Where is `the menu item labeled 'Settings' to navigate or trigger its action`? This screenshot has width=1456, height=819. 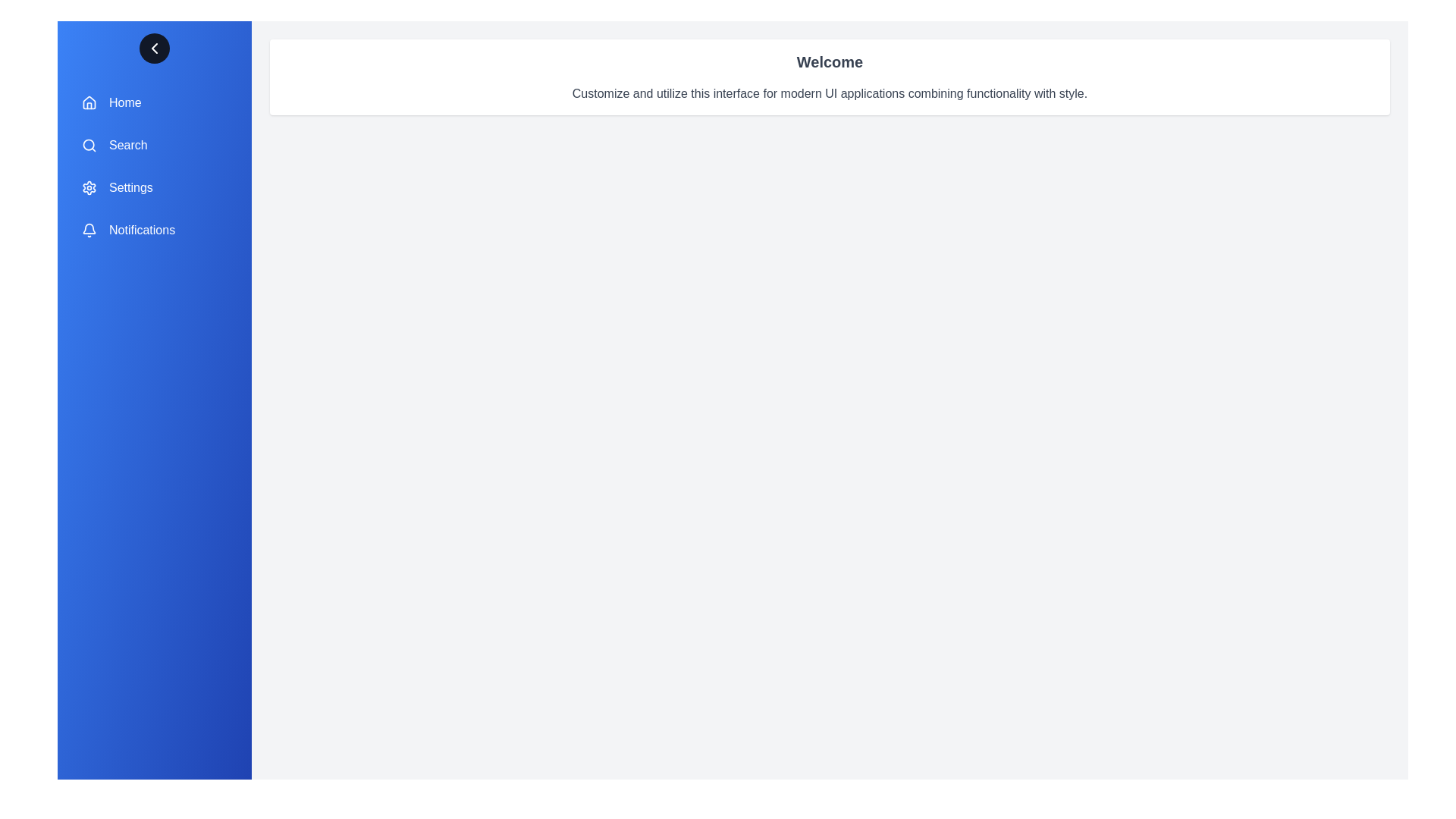
the menu item labeled 'Settings' to navigate or trigger its action is located at coordinates (154, 187).